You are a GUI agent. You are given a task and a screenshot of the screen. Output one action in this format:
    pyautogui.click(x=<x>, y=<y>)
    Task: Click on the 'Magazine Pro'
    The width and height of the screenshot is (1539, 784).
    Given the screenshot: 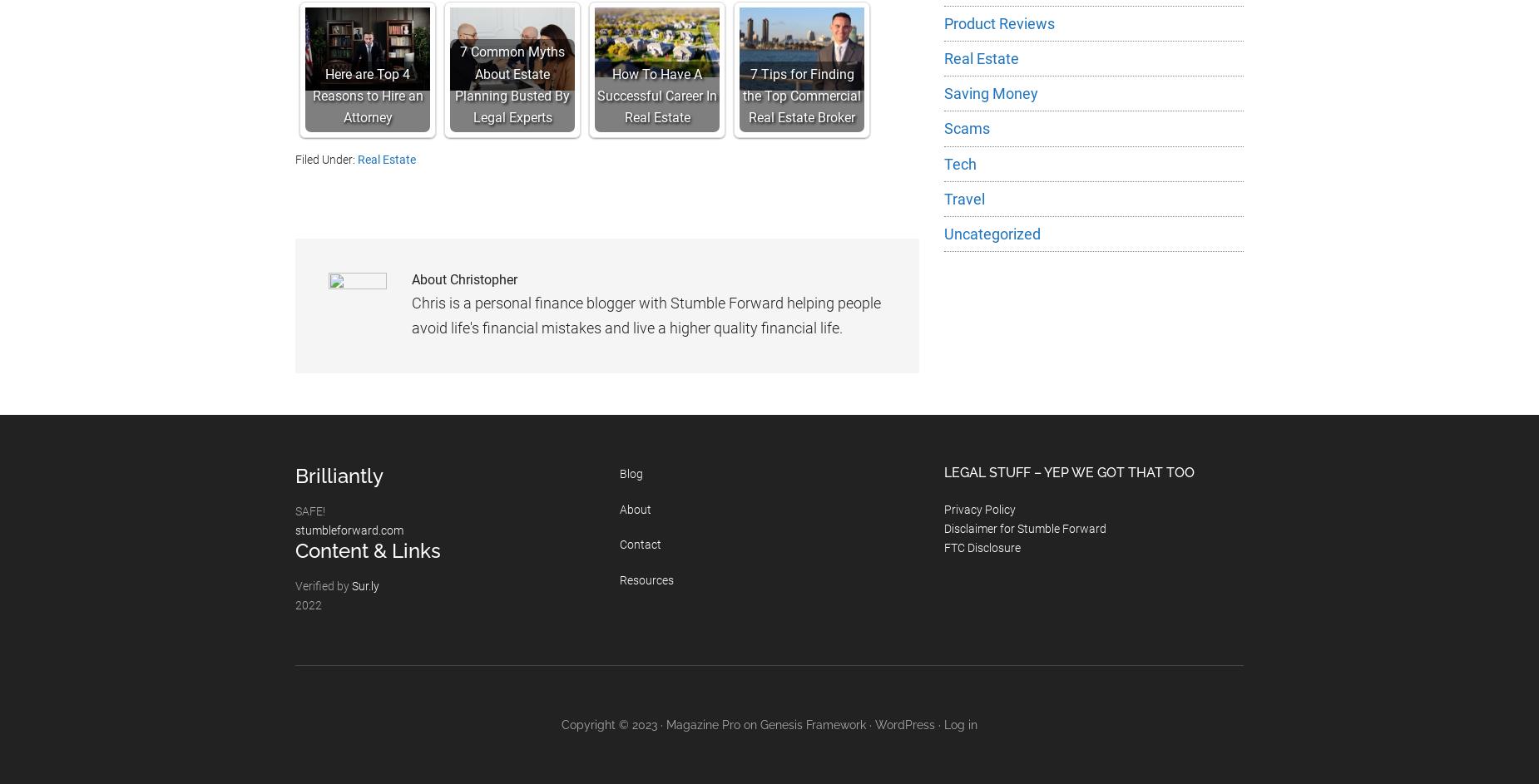 What is the action you would take?
    pyautogui.click(x=666, y=723)
    